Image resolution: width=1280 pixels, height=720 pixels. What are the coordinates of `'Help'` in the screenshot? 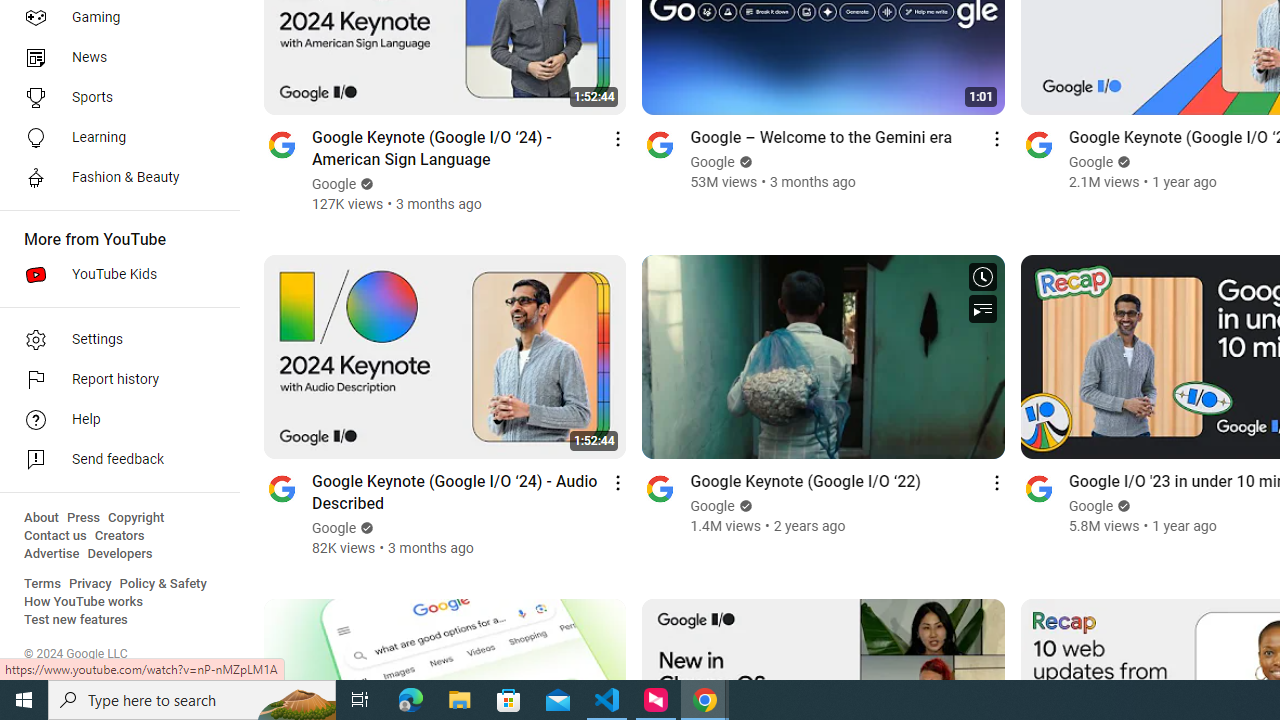 It's located at (112, 419).